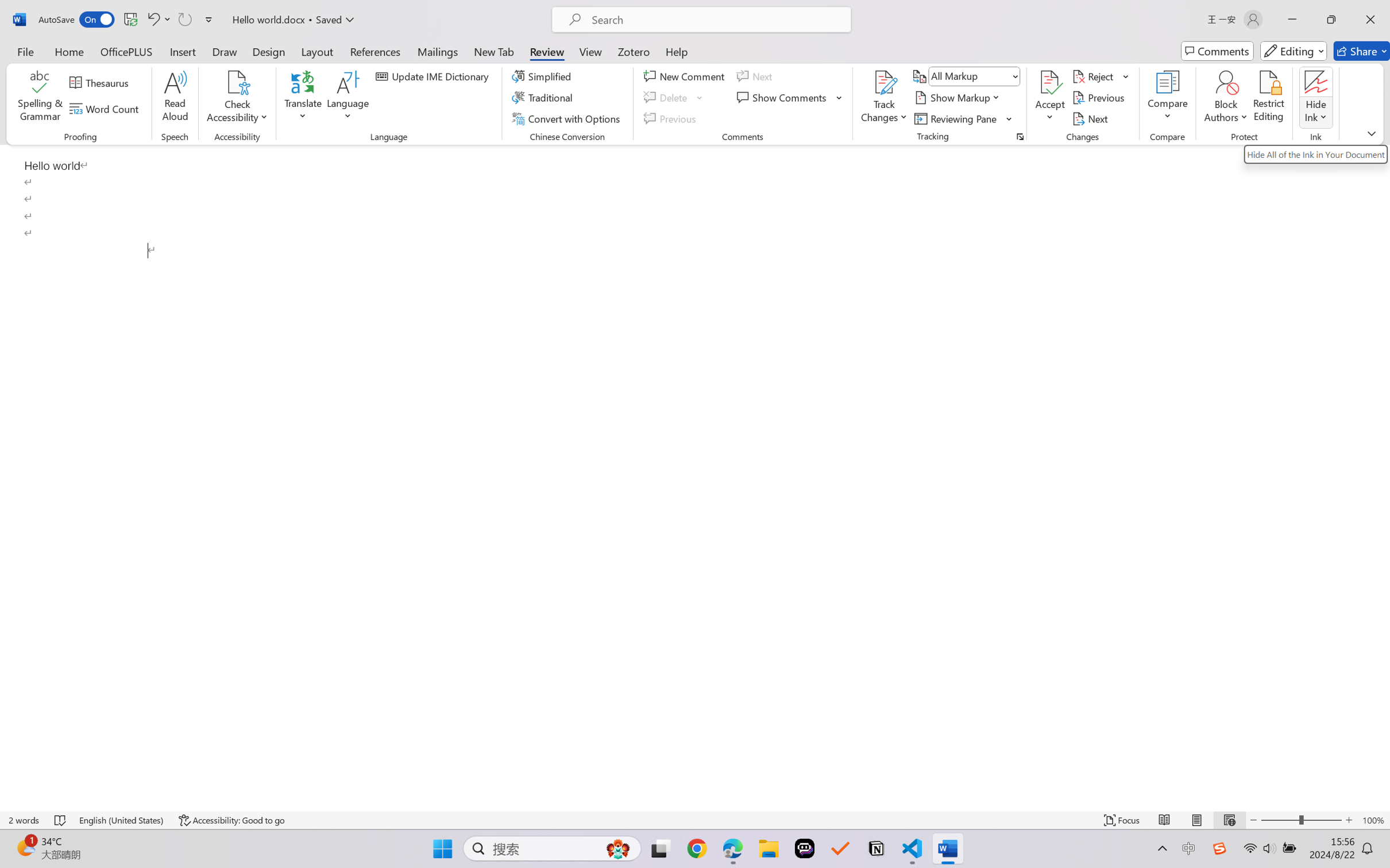 The image size is (1390, 868). Describe the element at coordinates (157, 19) in the screenshot. I see `'Undo Click and Type Formatting'` at that location.